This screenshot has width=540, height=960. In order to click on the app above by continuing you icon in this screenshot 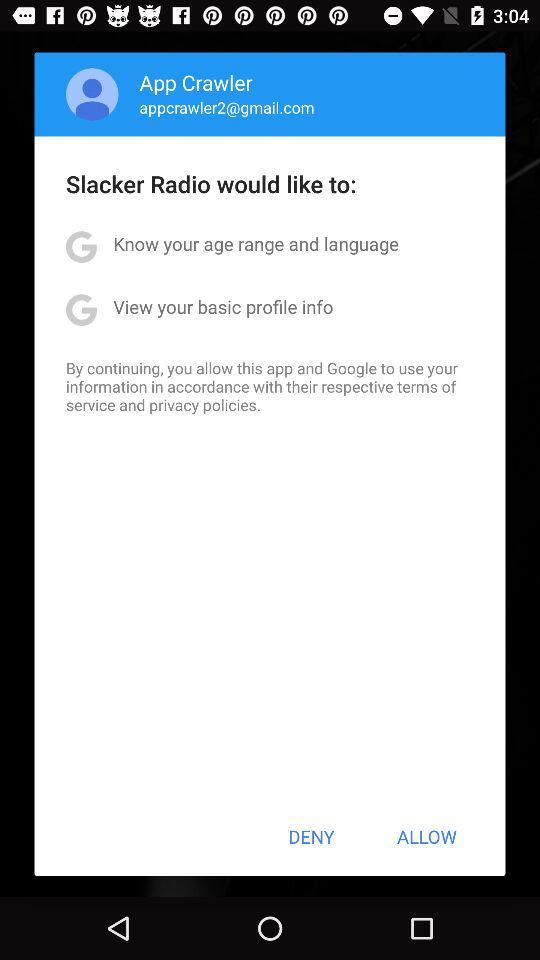, I will do `click(222, 306)`.